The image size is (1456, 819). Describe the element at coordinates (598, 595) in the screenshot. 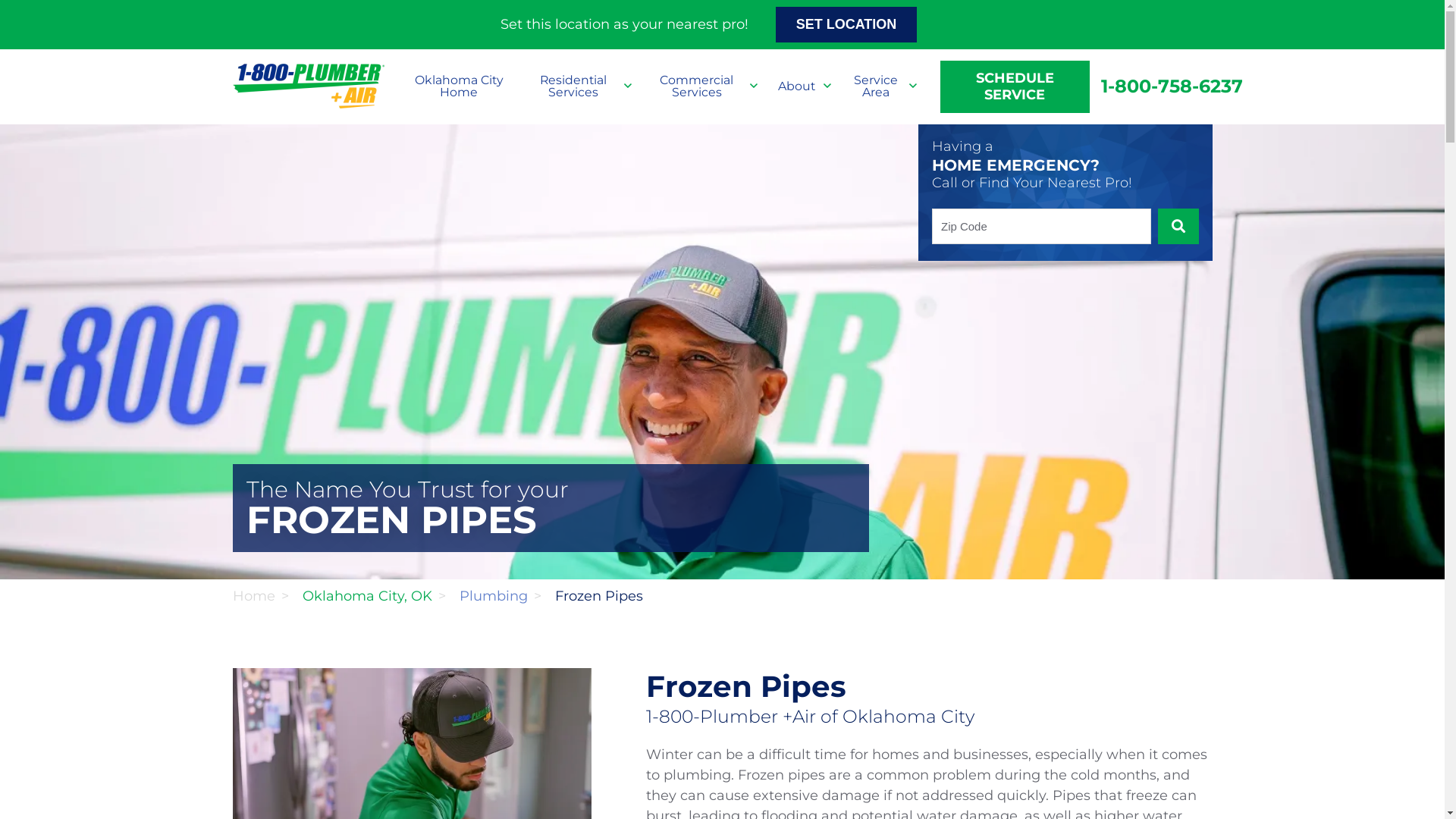

I see `'Frozen Pipes'` at that location.